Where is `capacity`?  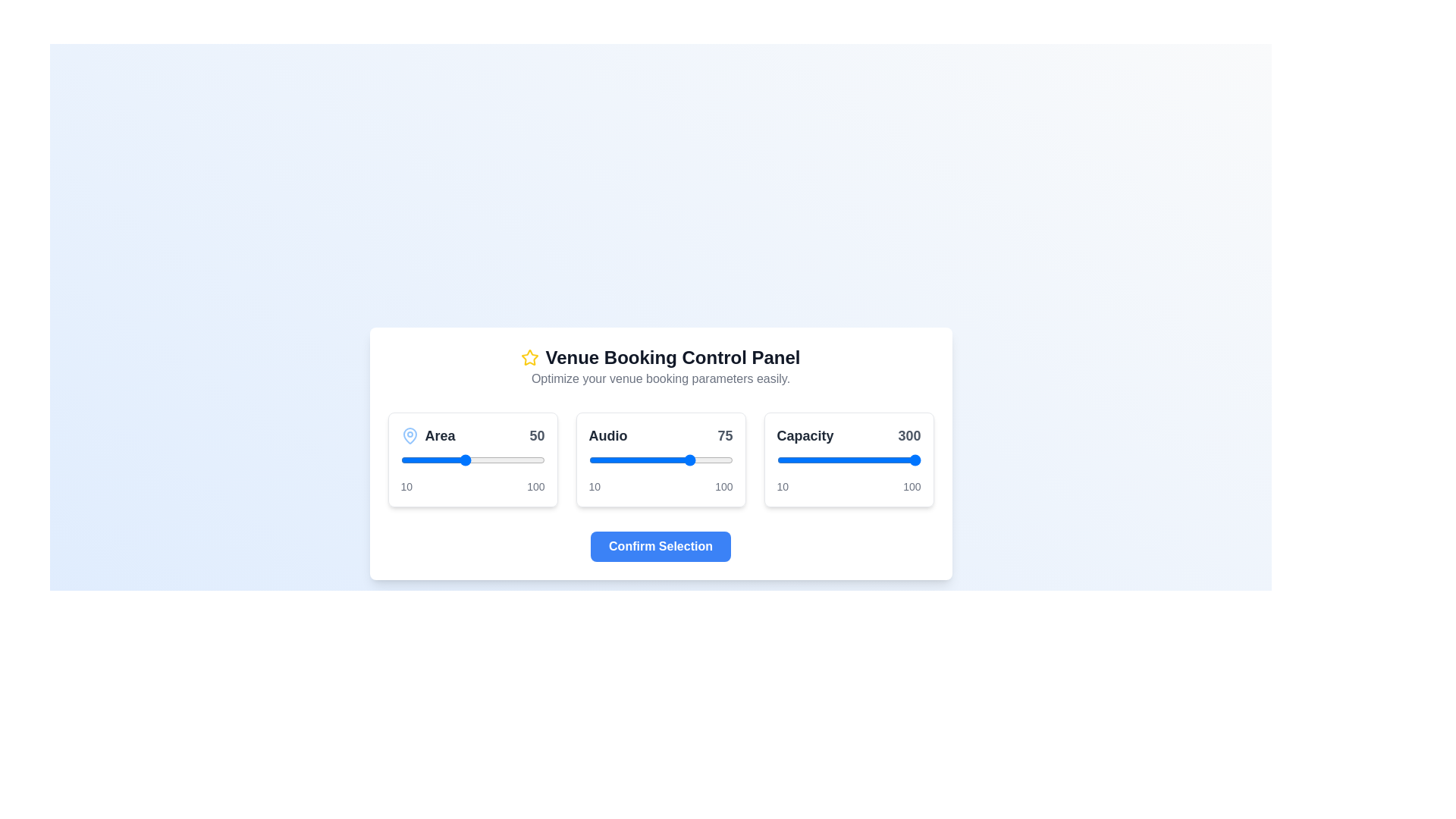 capacity is located at coordinates (822, 459).